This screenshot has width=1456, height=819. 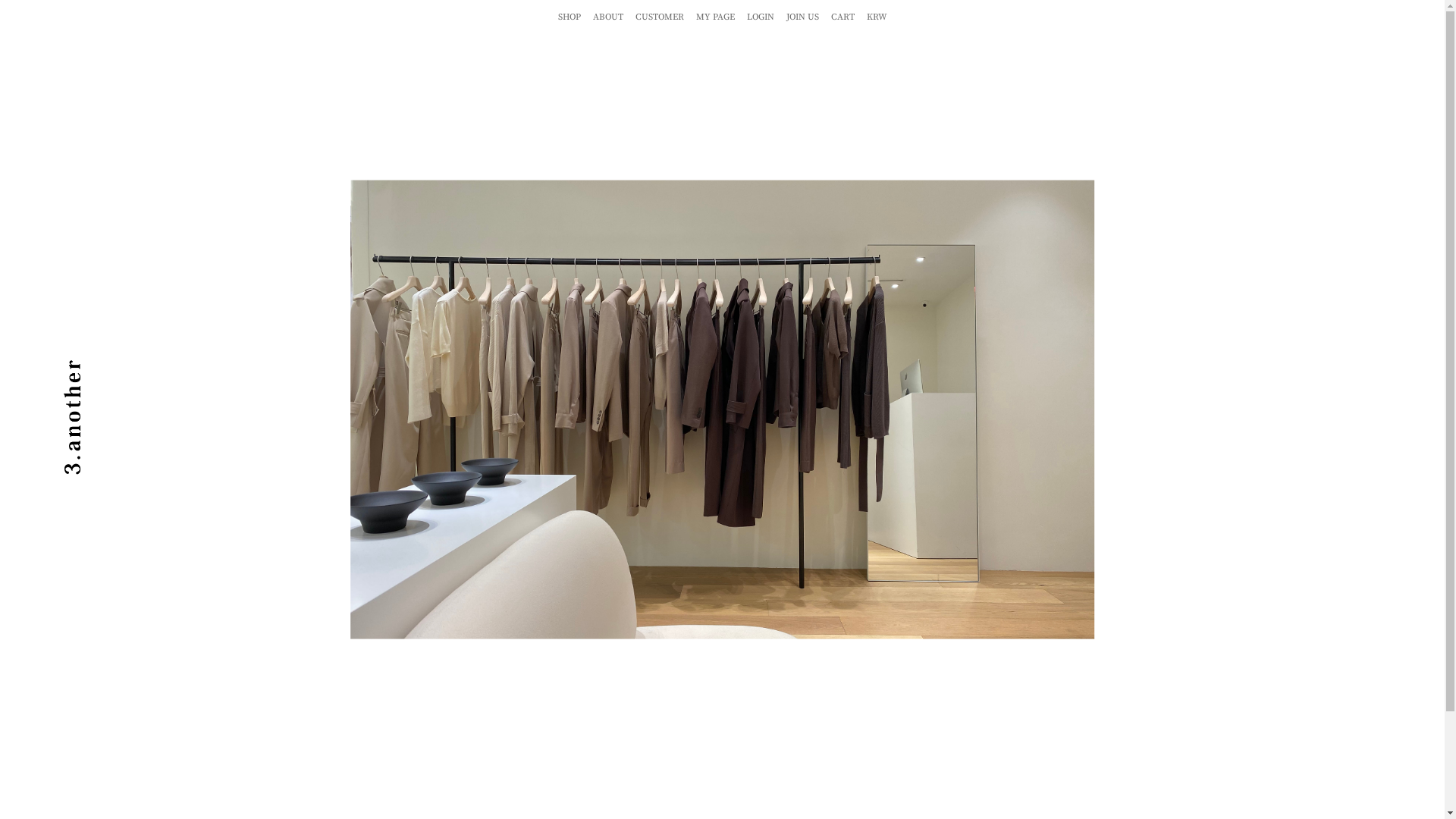 I want to click on 'MY PAGE', so click(x=714, y=17).